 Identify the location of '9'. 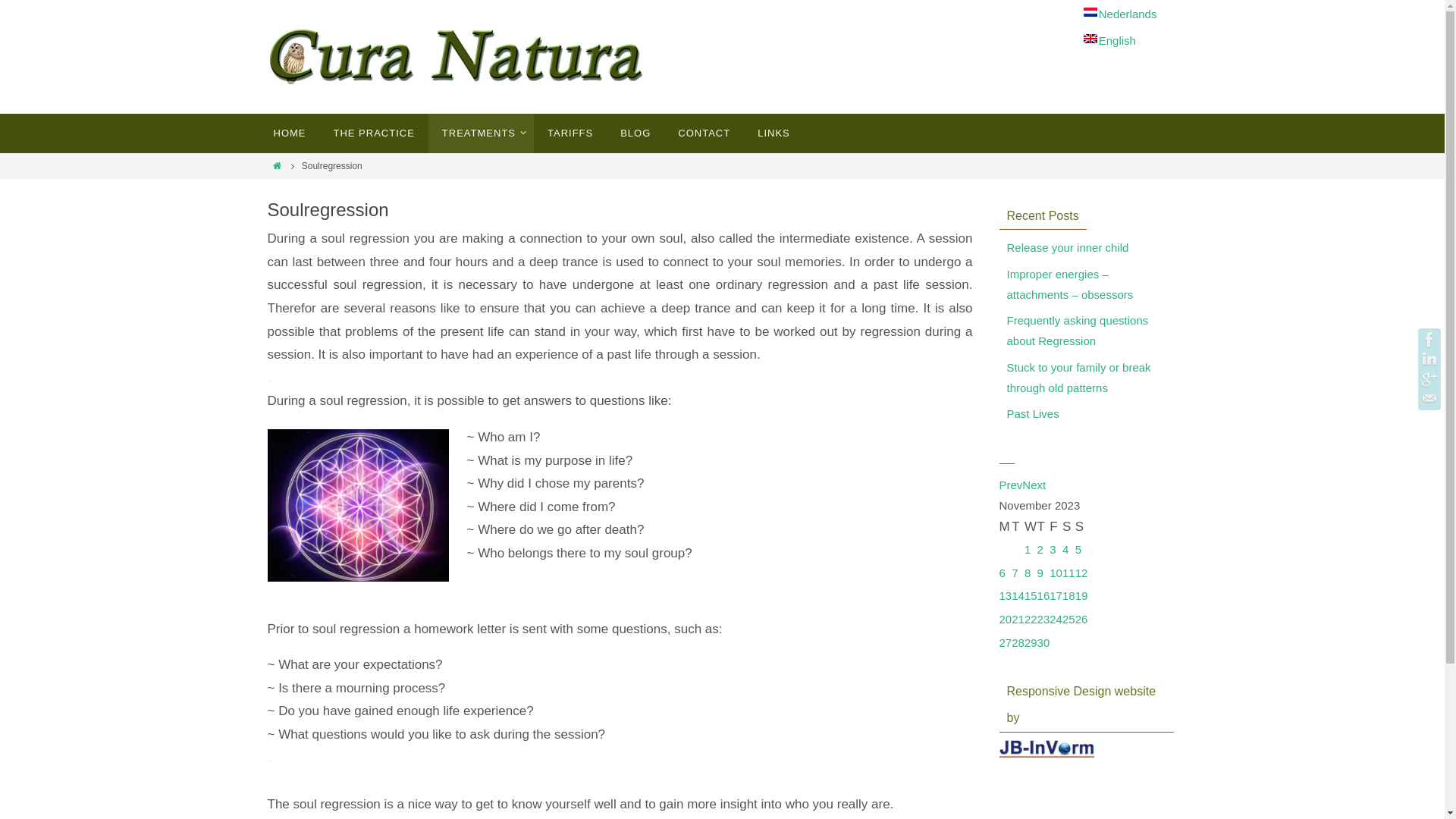
(1040, 573).